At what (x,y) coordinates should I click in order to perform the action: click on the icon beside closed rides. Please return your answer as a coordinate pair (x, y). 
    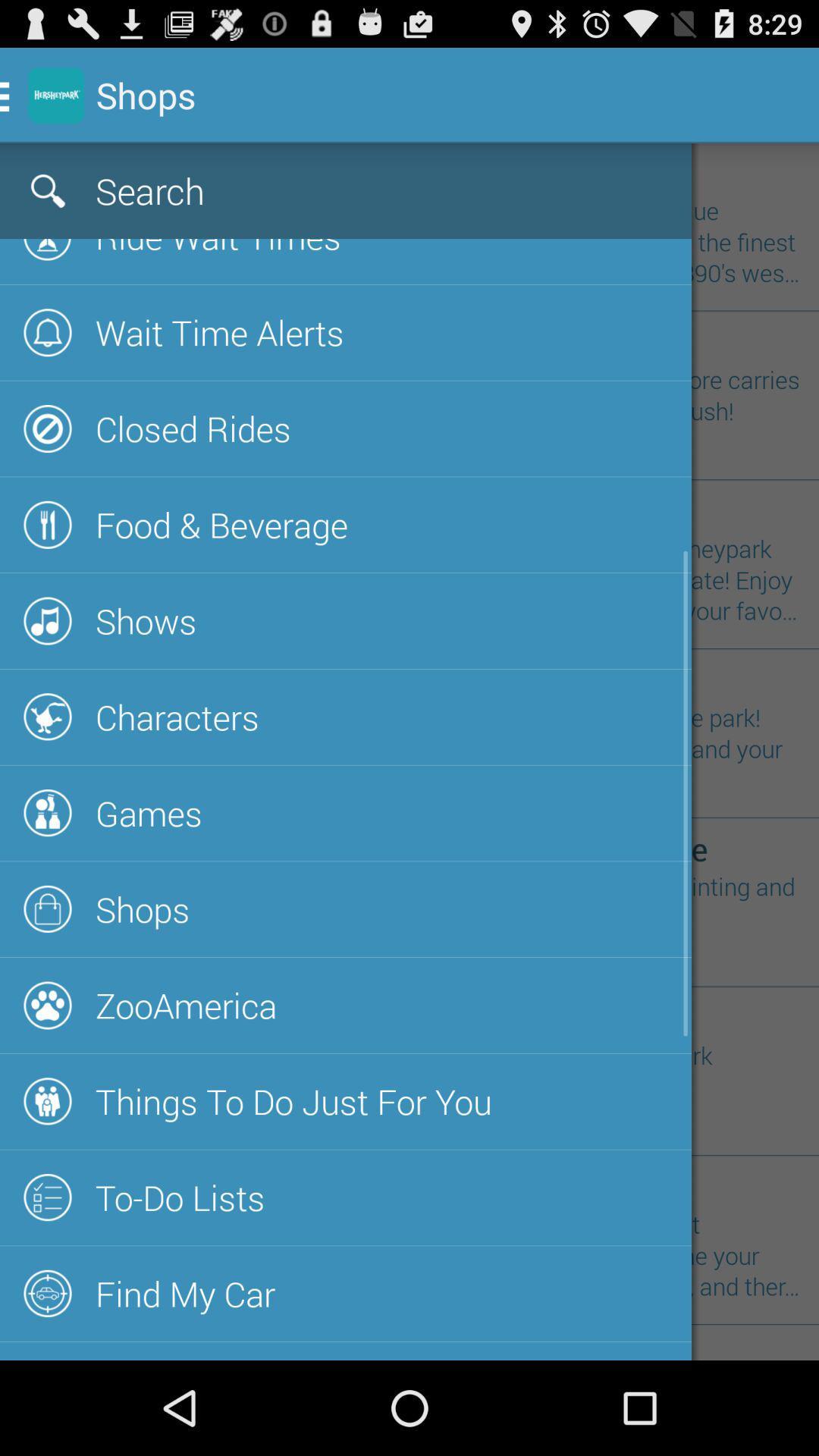
    Looking at the image, I should click on (47, 428).